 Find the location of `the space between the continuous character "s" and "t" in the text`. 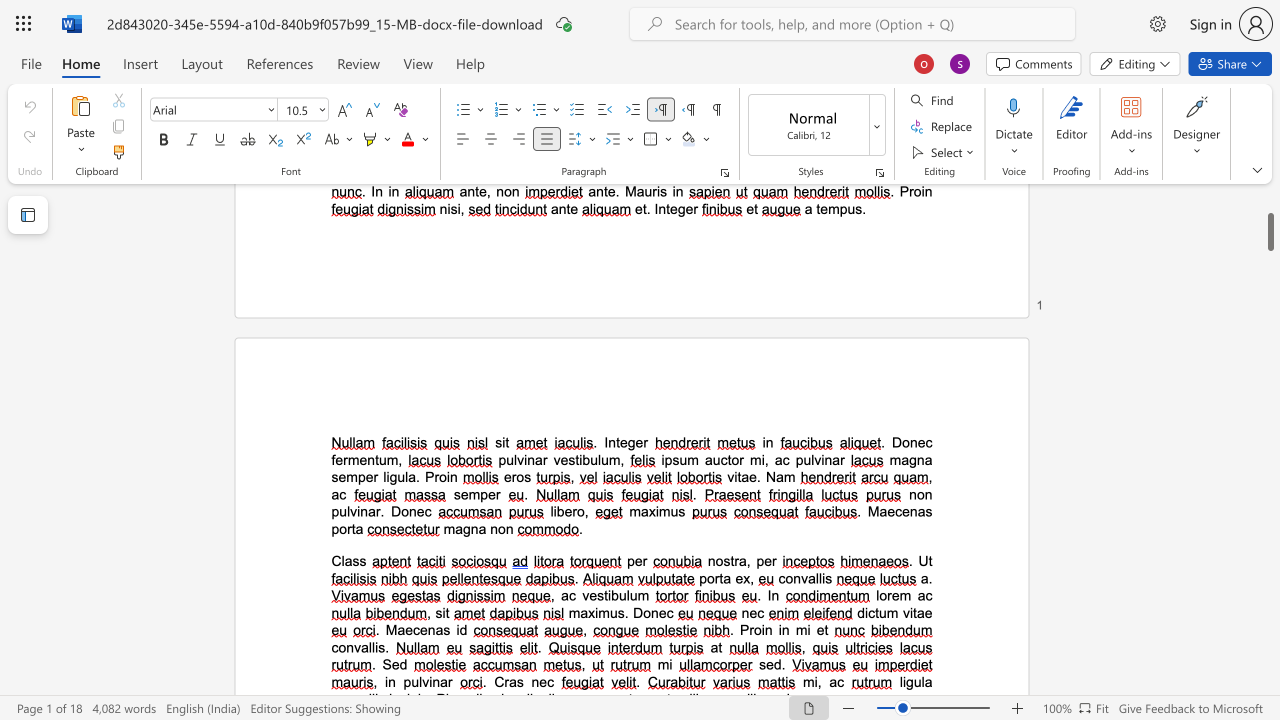

the space between the continuous character "s" and "t" in the text is located at coordinates (728, 561).